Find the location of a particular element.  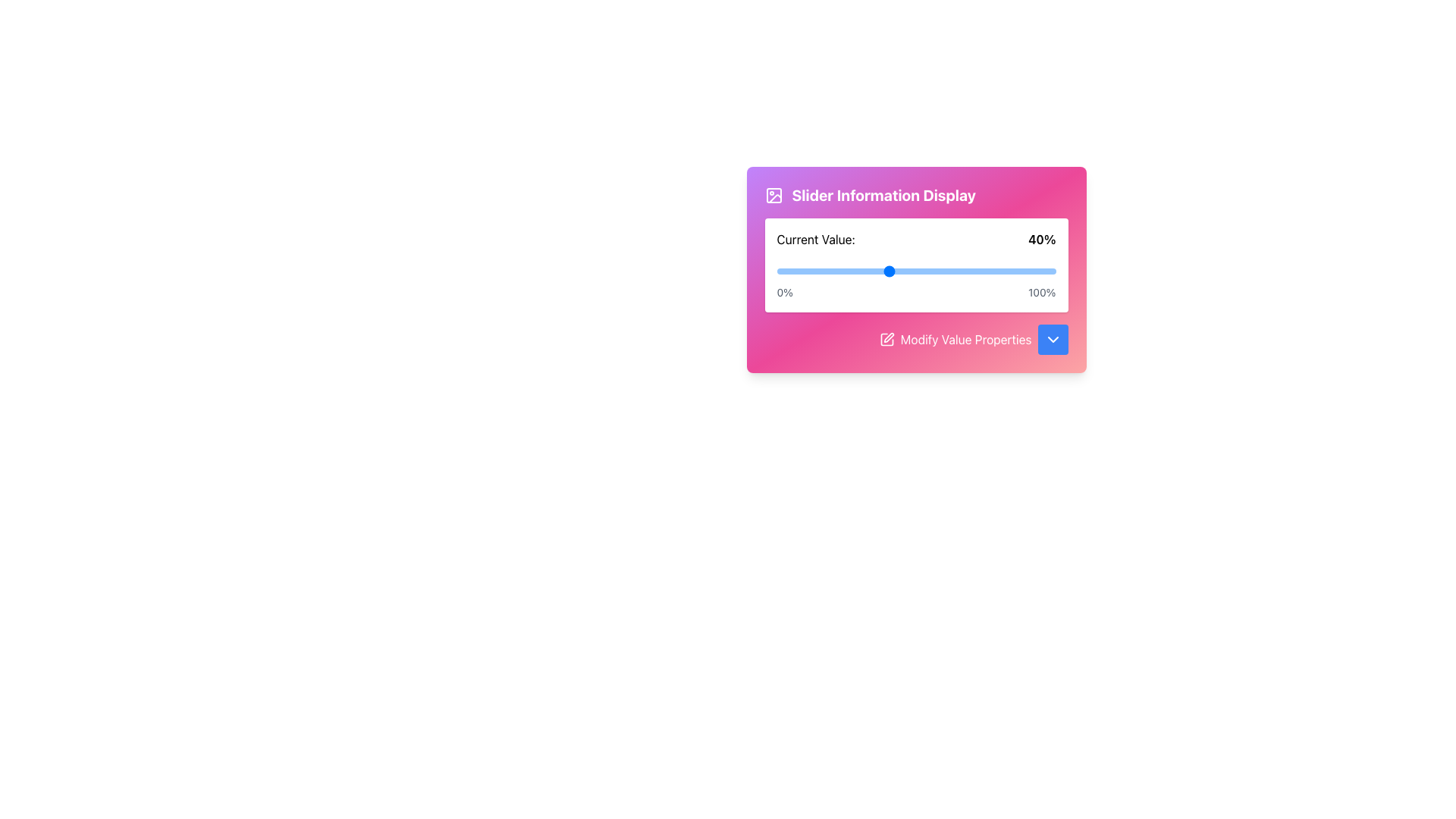

the text label indicating the maximum value of the slider, which displays '100%' and is located at the bottom-right of the horizontal slider is located at coordinates (1041, 292).